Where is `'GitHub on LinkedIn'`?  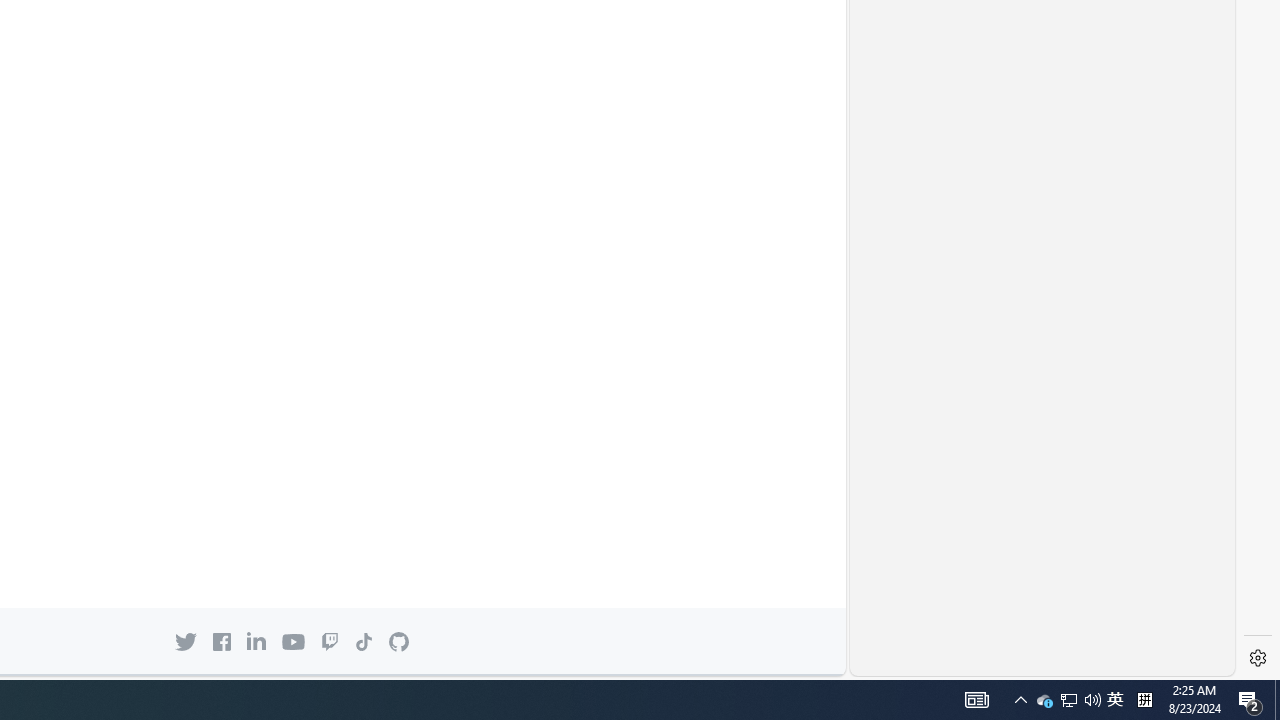
'GitHub on LinkedIn' is located at coordinates (255, 641).